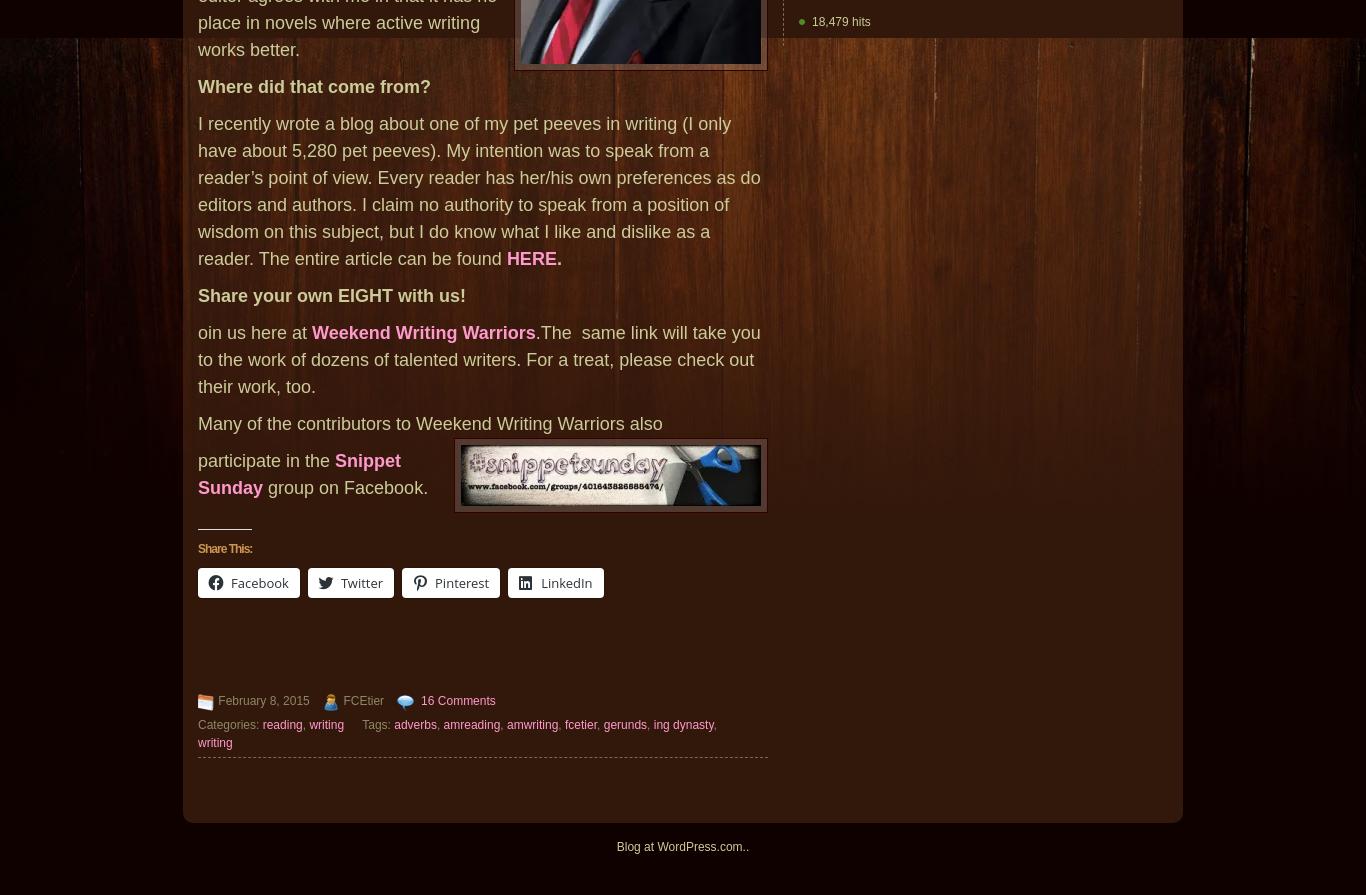 Image resolution: width=1366 pixels, height=895 pixels. What do you see at coordinates (360, 582) in the screenshot?
I see `'Twitter'` at bounding box center [360, 582].